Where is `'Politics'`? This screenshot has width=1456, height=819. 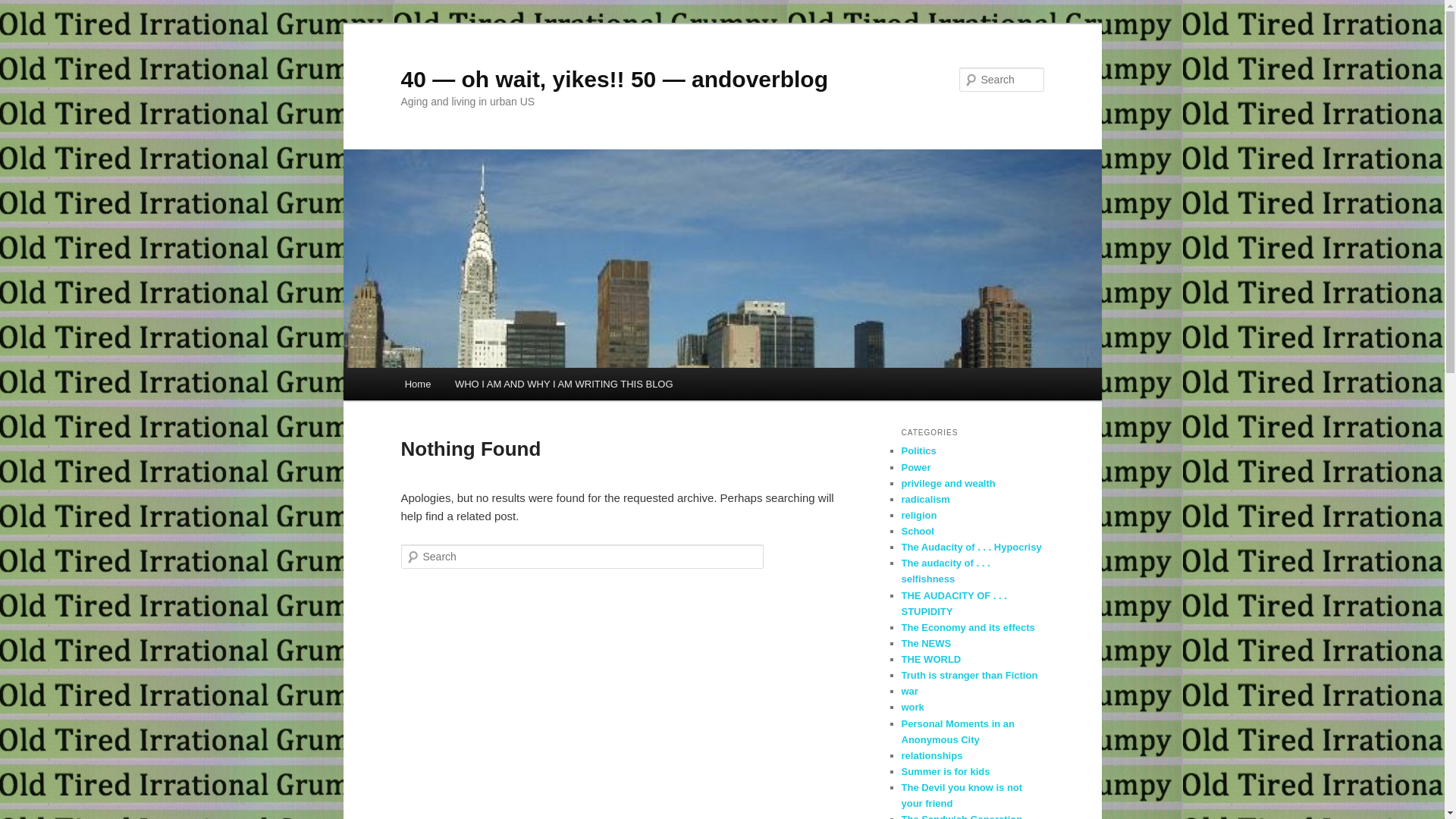 'Politics' is located at coordinates (917, 450).